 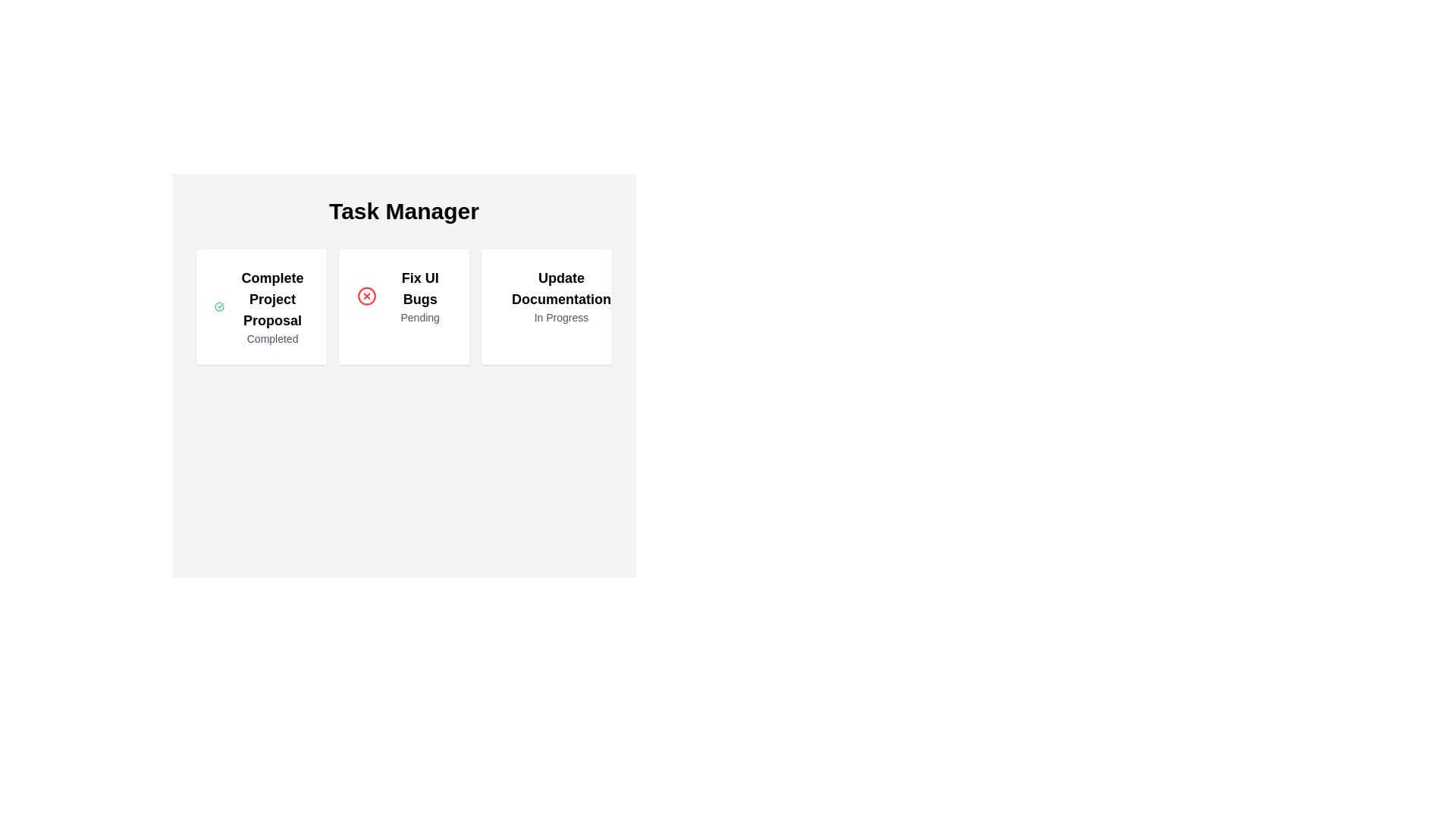 I want to click on the Task status display that shows 'Complete Project Proposal' in bold with a green checkmark icon, located in the top-left section of the leftmost card under 'Task Manager', so click(x=262, y=307).